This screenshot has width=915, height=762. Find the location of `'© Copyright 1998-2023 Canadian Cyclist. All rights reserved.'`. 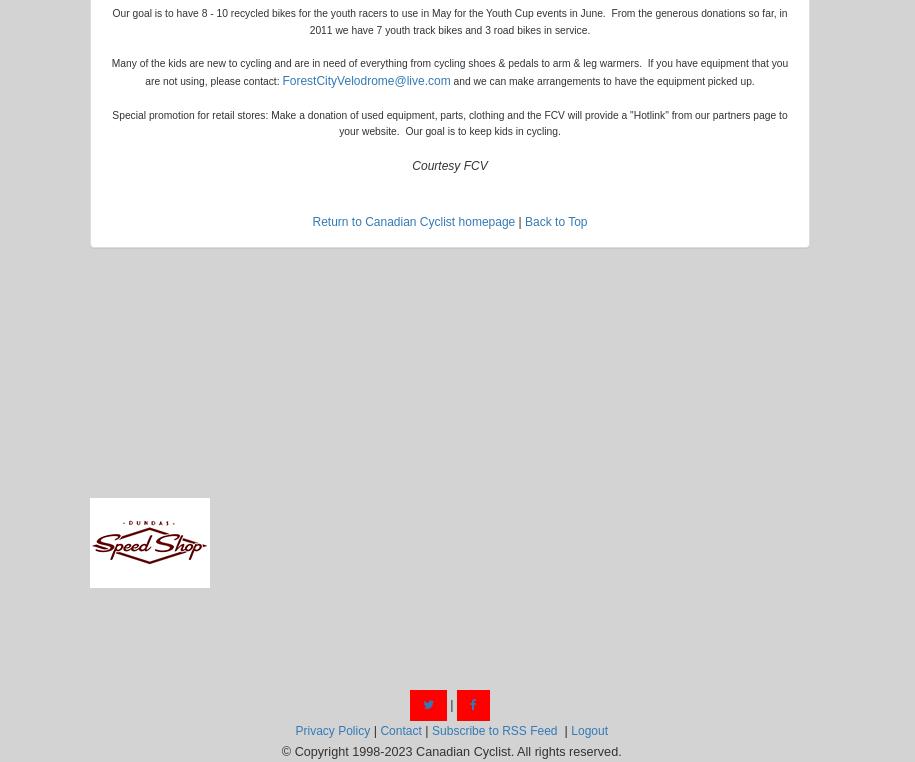

'© Copyright 1998-2023 Canadian Cyclist. All rights reserved.' is located at coordinates (449, 751).